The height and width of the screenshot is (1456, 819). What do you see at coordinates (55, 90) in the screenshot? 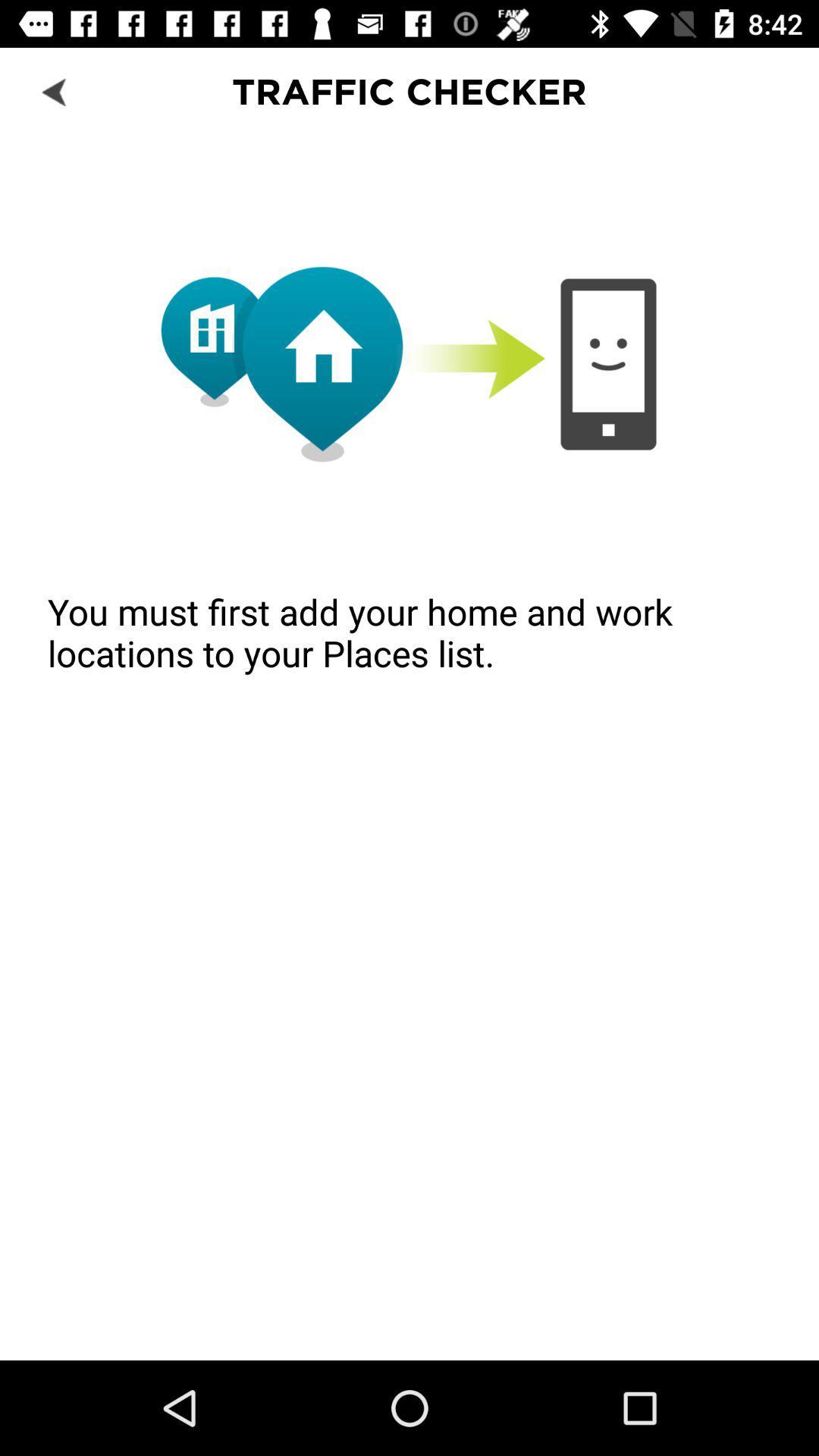
I see `return to the previous screen` at bounding box center [55, 90].